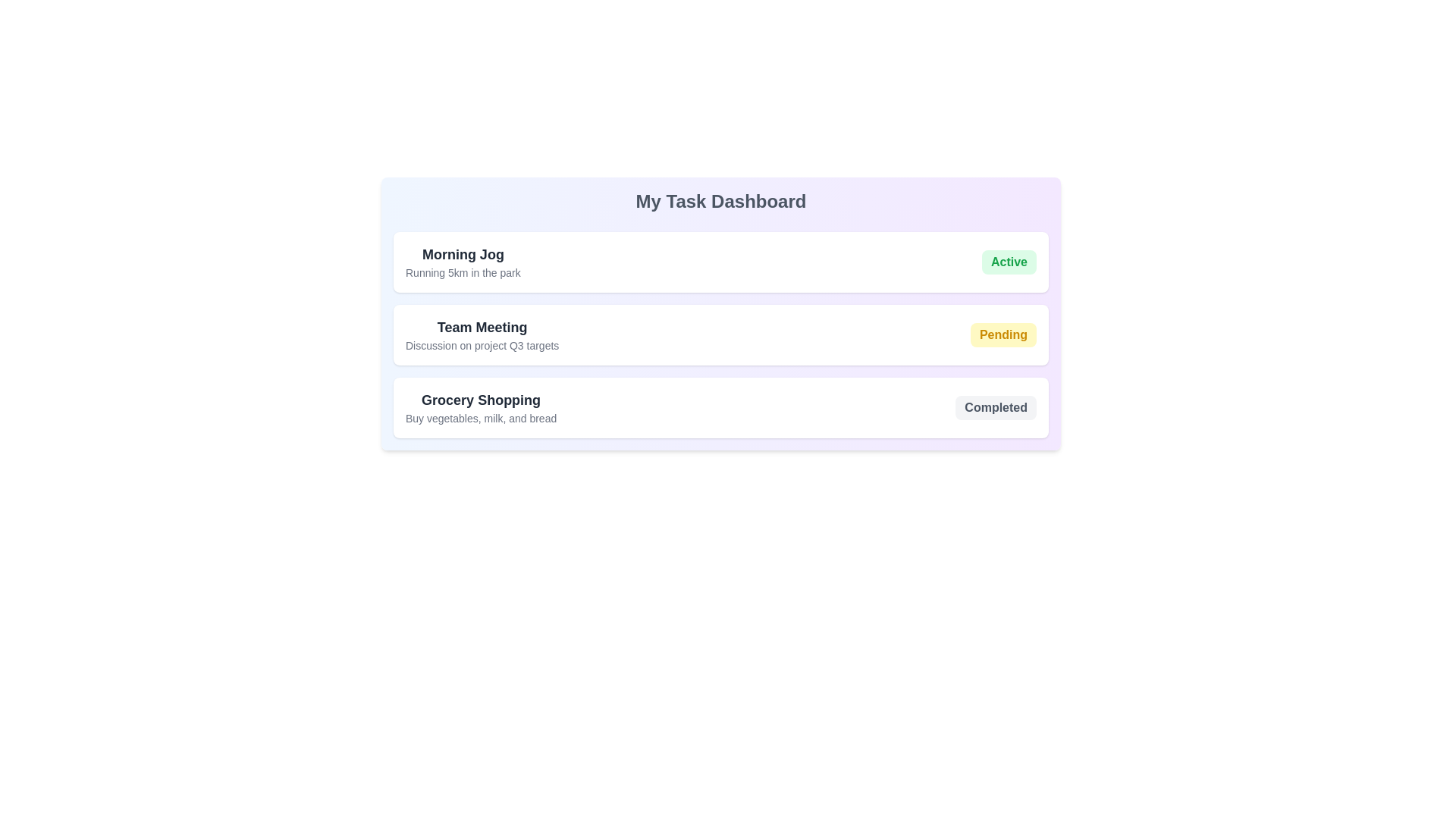 The image size is (1456, 819). Describe the element at coordinates (996, 406) in the screenshot. I see `the status indicator of the task labeled Grocery Shopping` at that location.